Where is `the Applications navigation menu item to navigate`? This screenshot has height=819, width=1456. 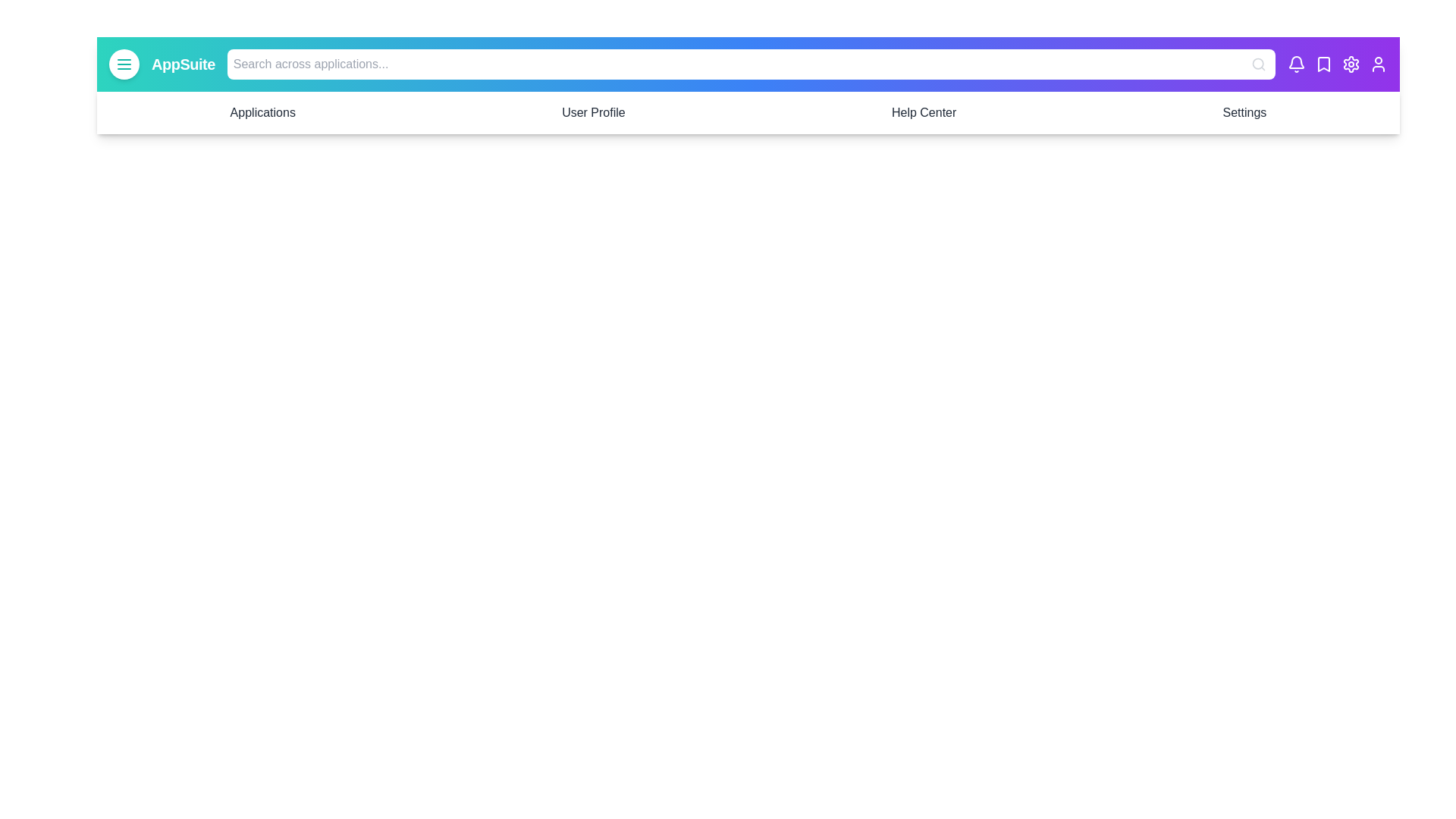 the Applications navigation menu item to navigate is located at coordinates (262, 112).